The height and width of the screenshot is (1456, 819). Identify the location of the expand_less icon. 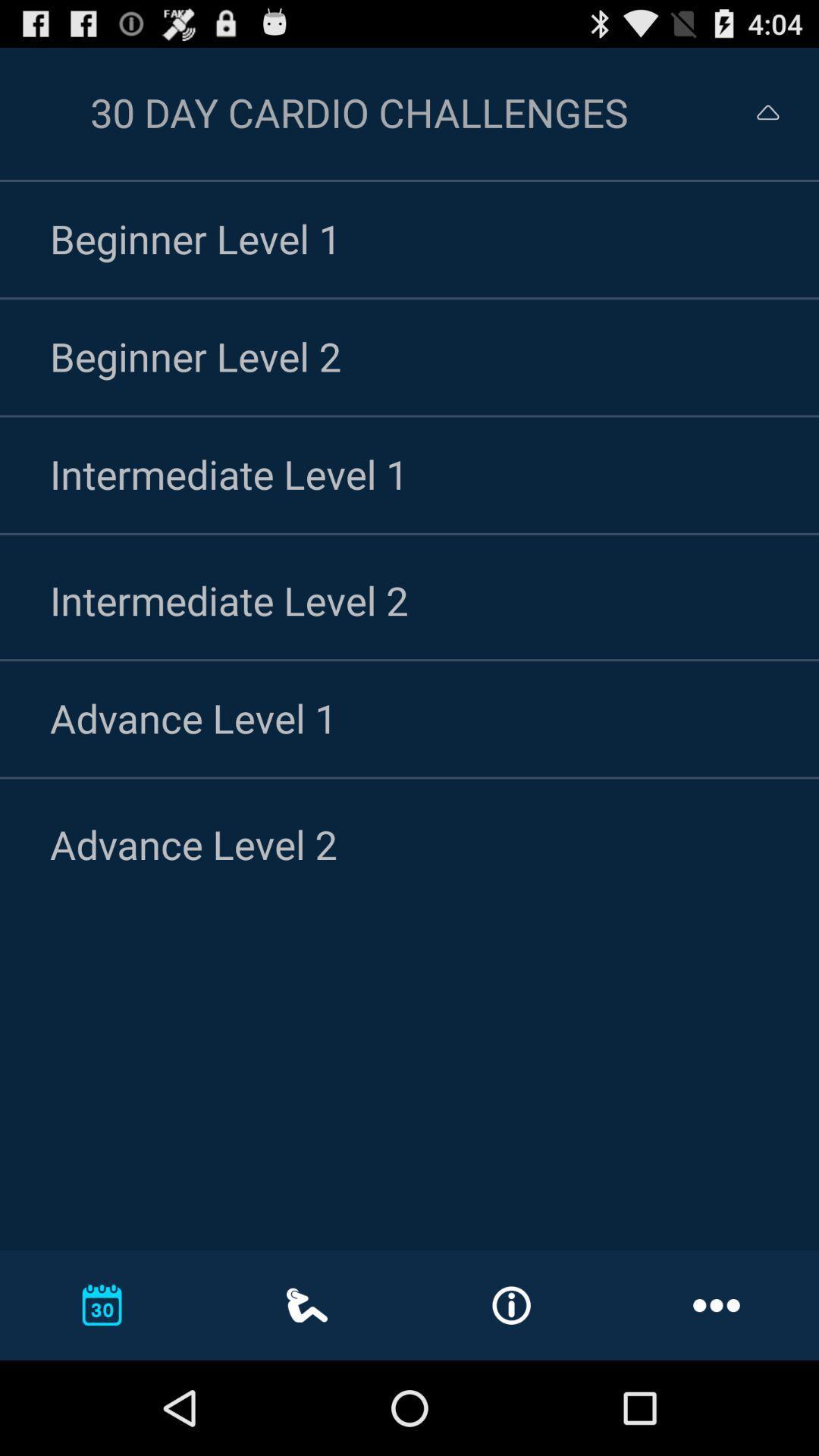
(754, 119).